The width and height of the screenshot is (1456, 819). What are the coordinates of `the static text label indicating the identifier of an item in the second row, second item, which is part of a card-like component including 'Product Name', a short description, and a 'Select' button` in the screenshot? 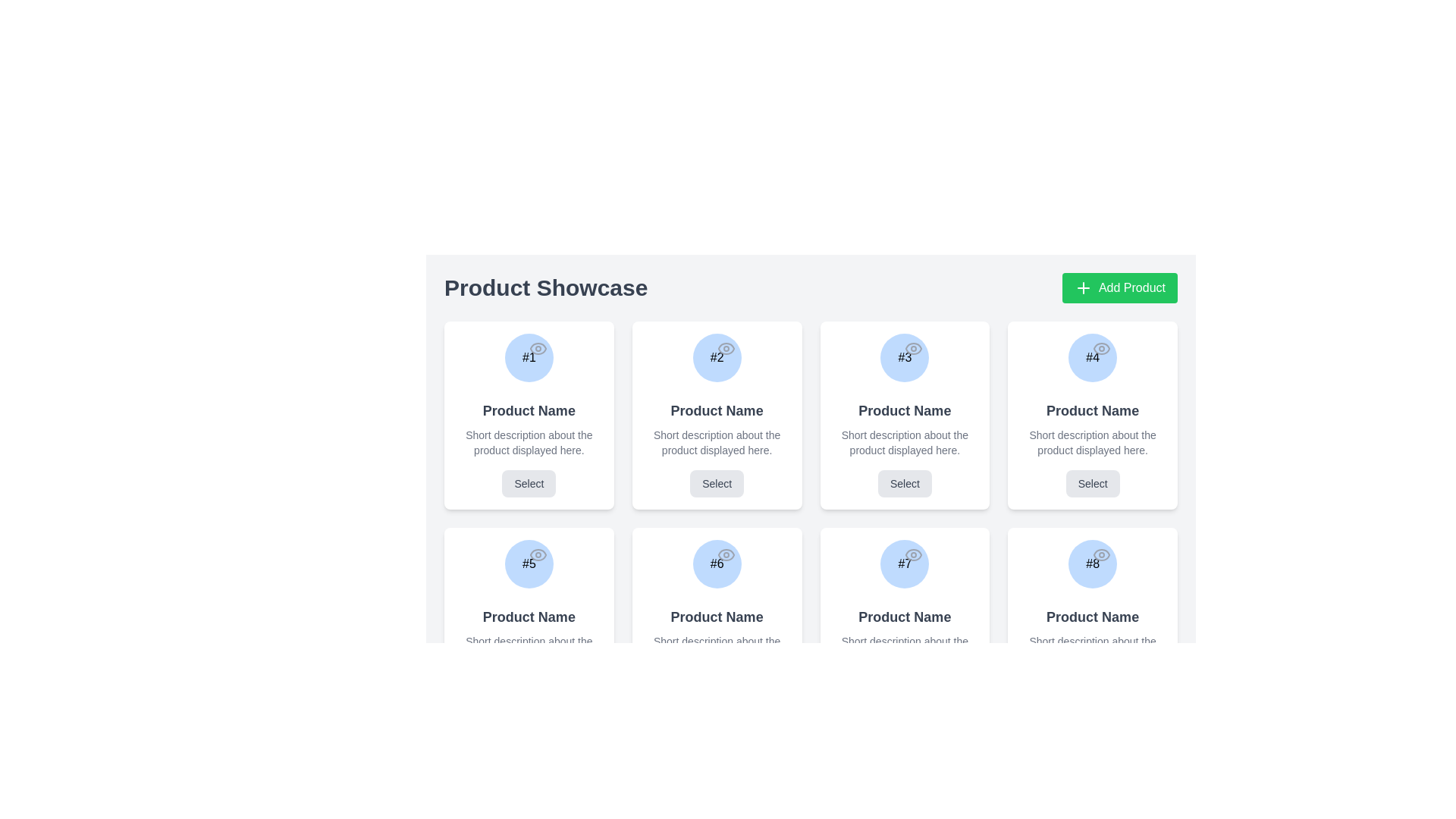 It's located at (716, 564).